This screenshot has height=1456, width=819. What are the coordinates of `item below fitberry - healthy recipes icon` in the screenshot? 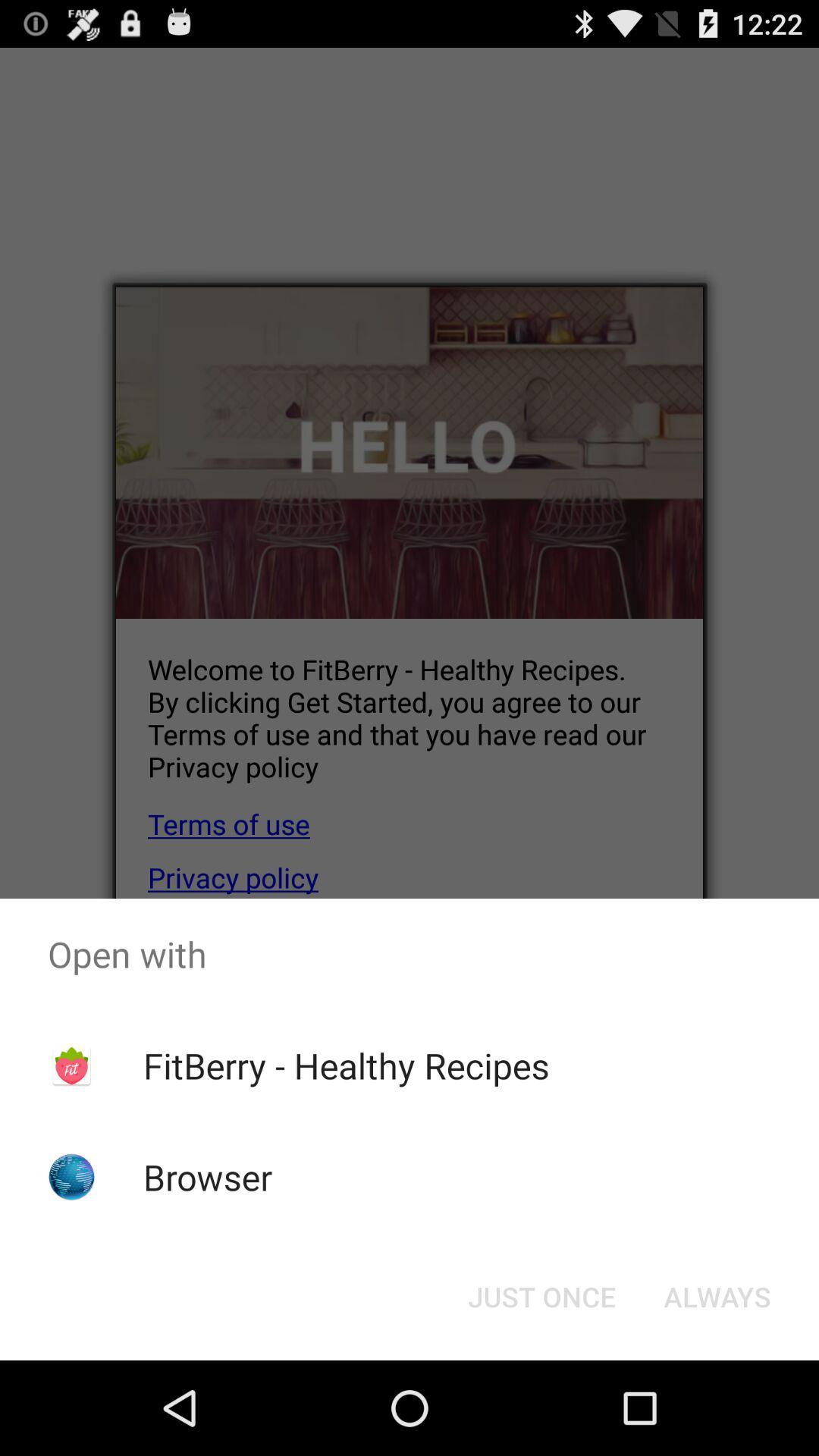 It's located at (541, 1295).